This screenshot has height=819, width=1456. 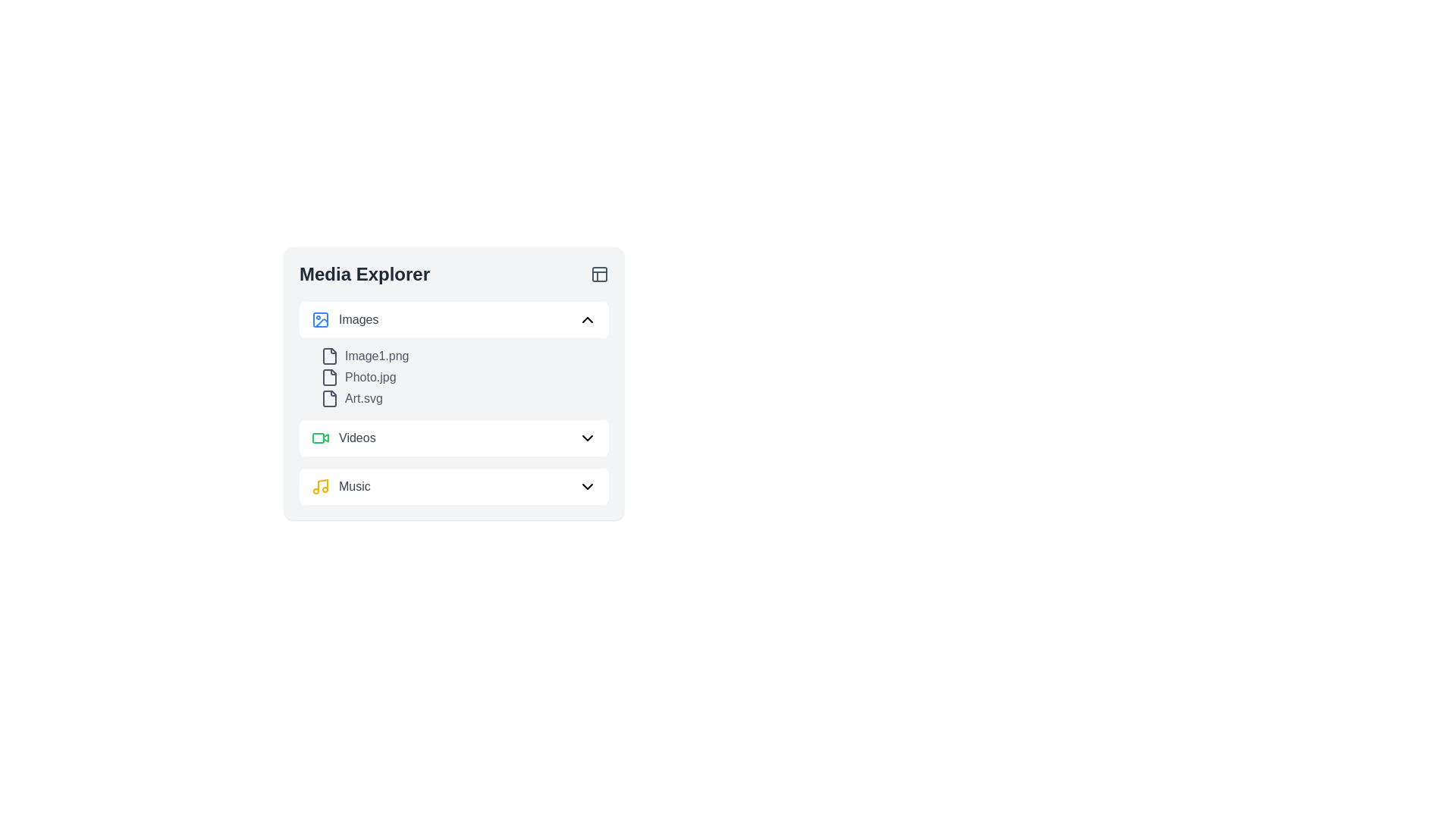 What do you see at coordinates (586, 438) in the screenshot?
I see `the downward-pointing chevron icon next to the 'Videos' label` at bounding box center [586, 438].